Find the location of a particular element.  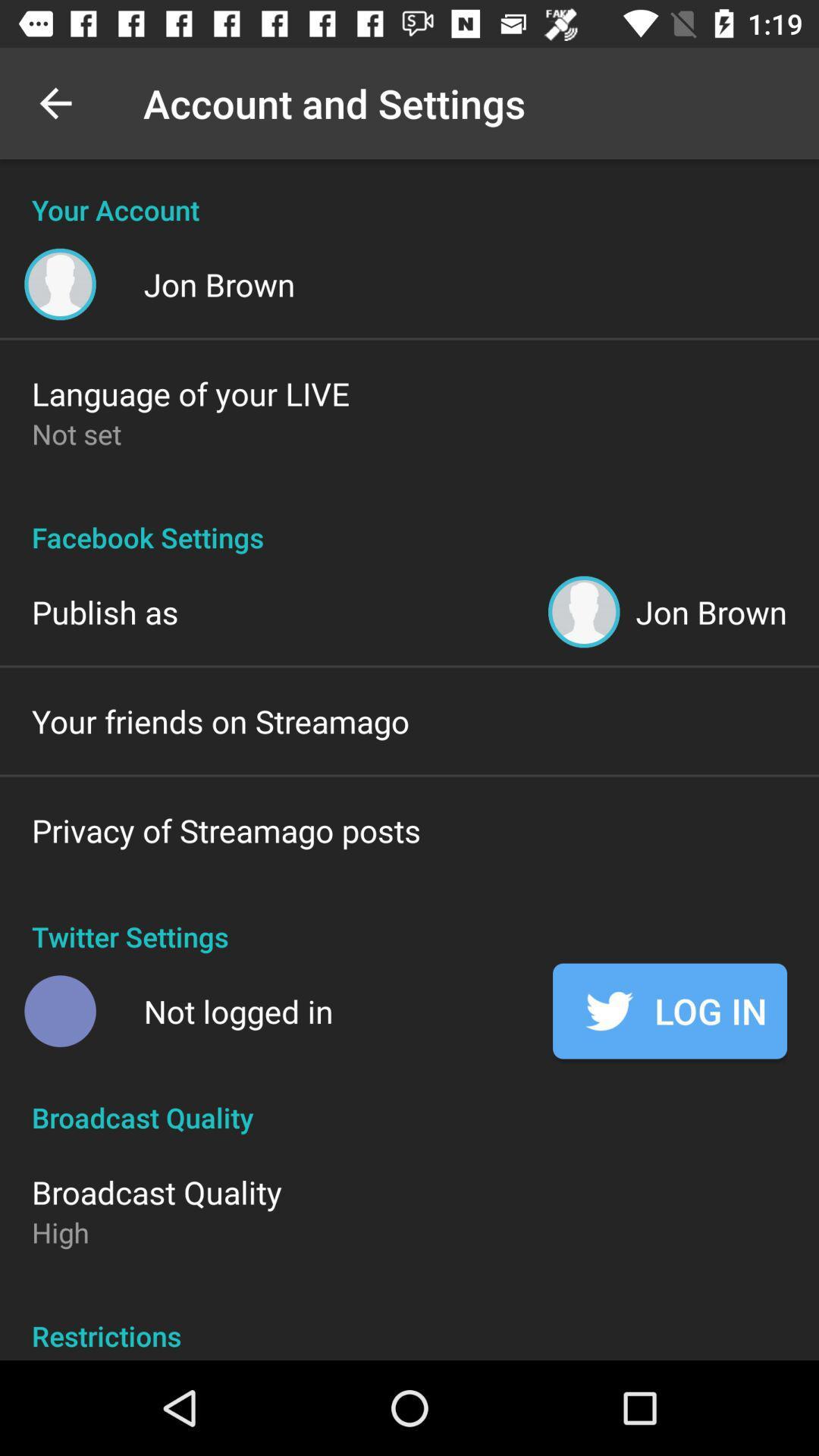

the facebook settings is located at coordinates (409, 521).